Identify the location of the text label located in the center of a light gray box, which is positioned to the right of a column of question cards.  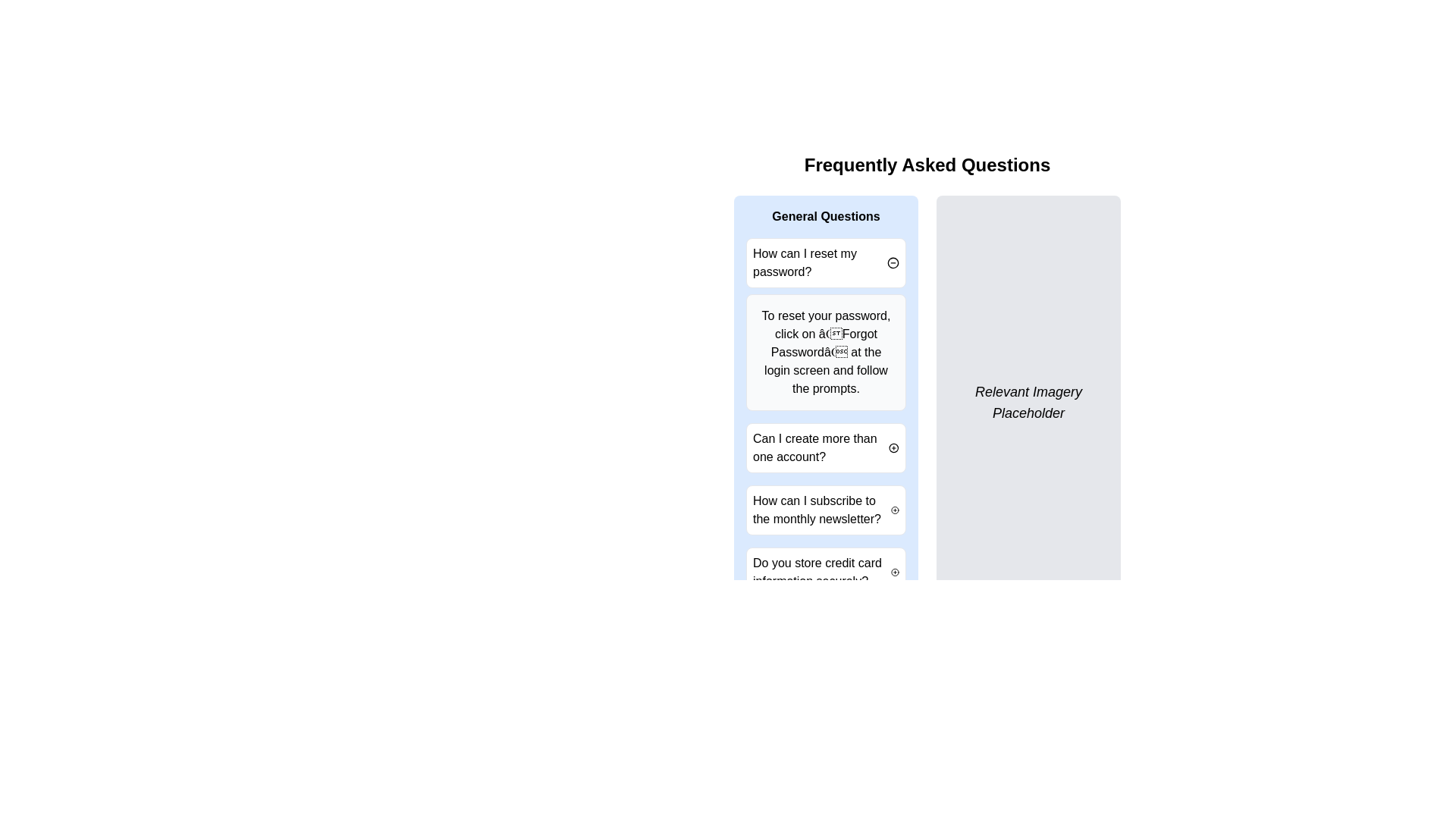
(1028, 402).